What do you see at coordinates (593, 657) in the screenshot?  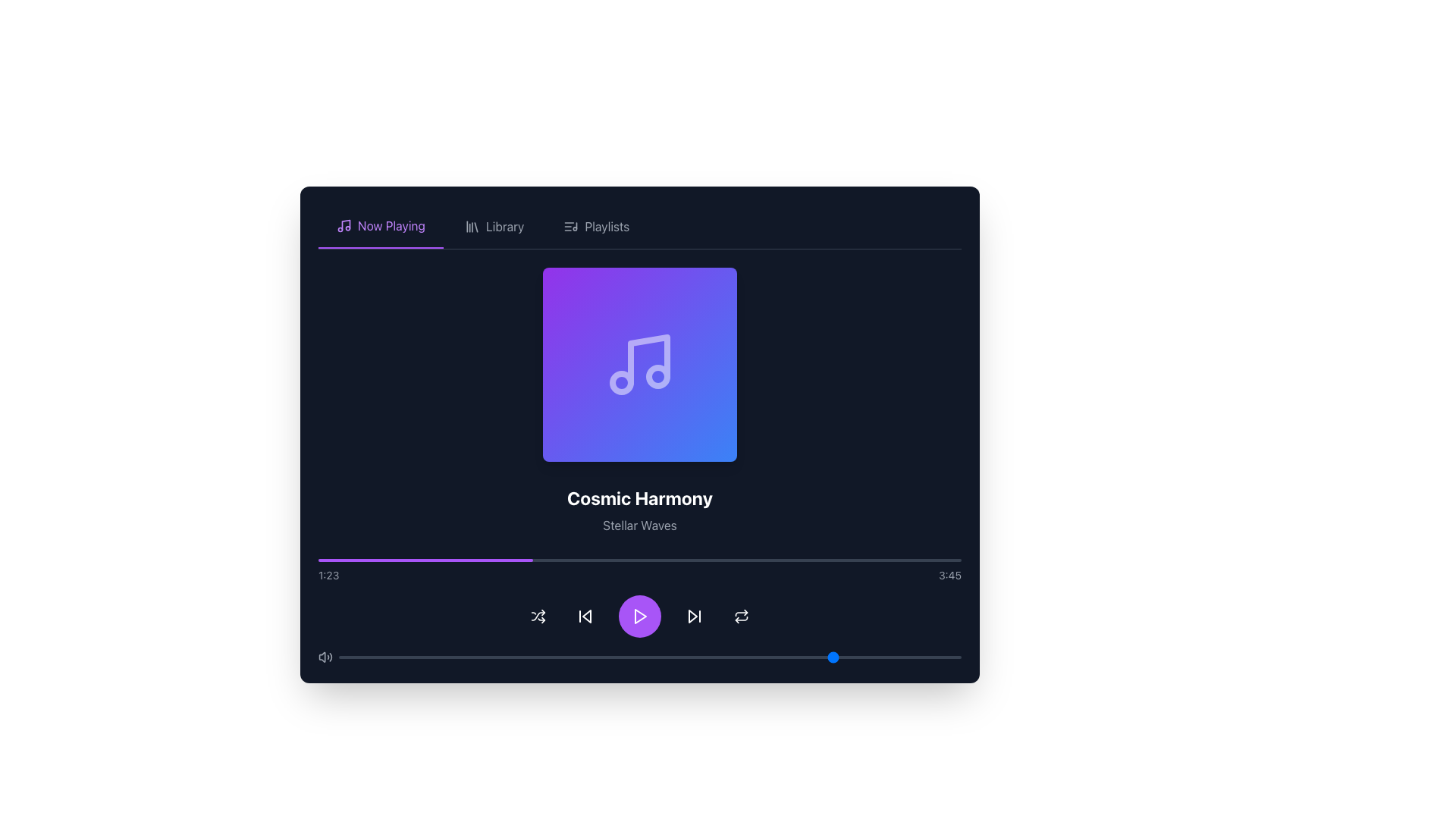 I see `the slider` at bounding box center [593, 657].